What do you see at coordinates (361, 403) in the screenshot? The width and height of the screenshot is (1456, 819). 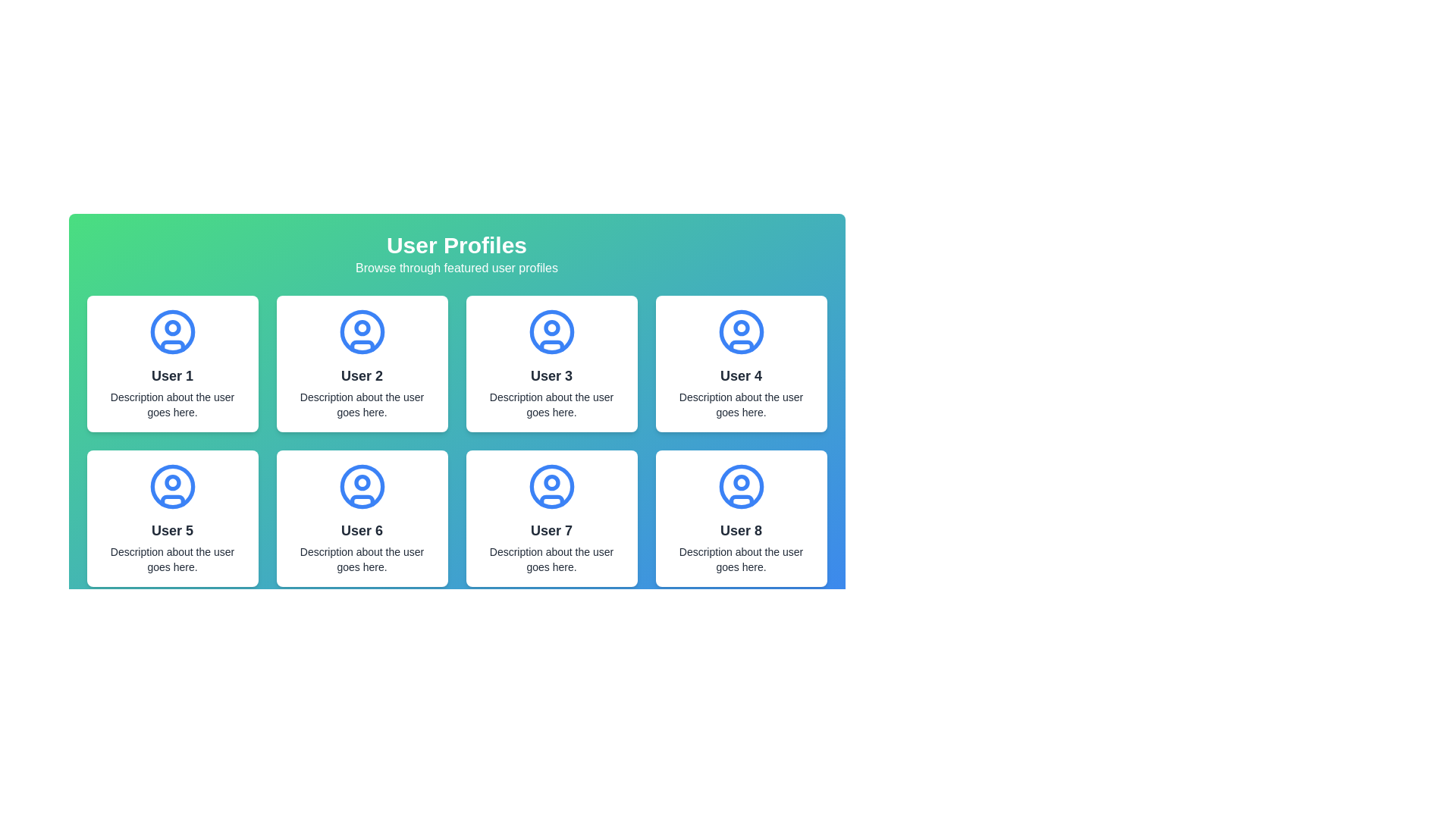 I see `the Text Label that provides a brief description for 'User 2', positioned beneath the title within the card layout` at bounding box center [361, 403].